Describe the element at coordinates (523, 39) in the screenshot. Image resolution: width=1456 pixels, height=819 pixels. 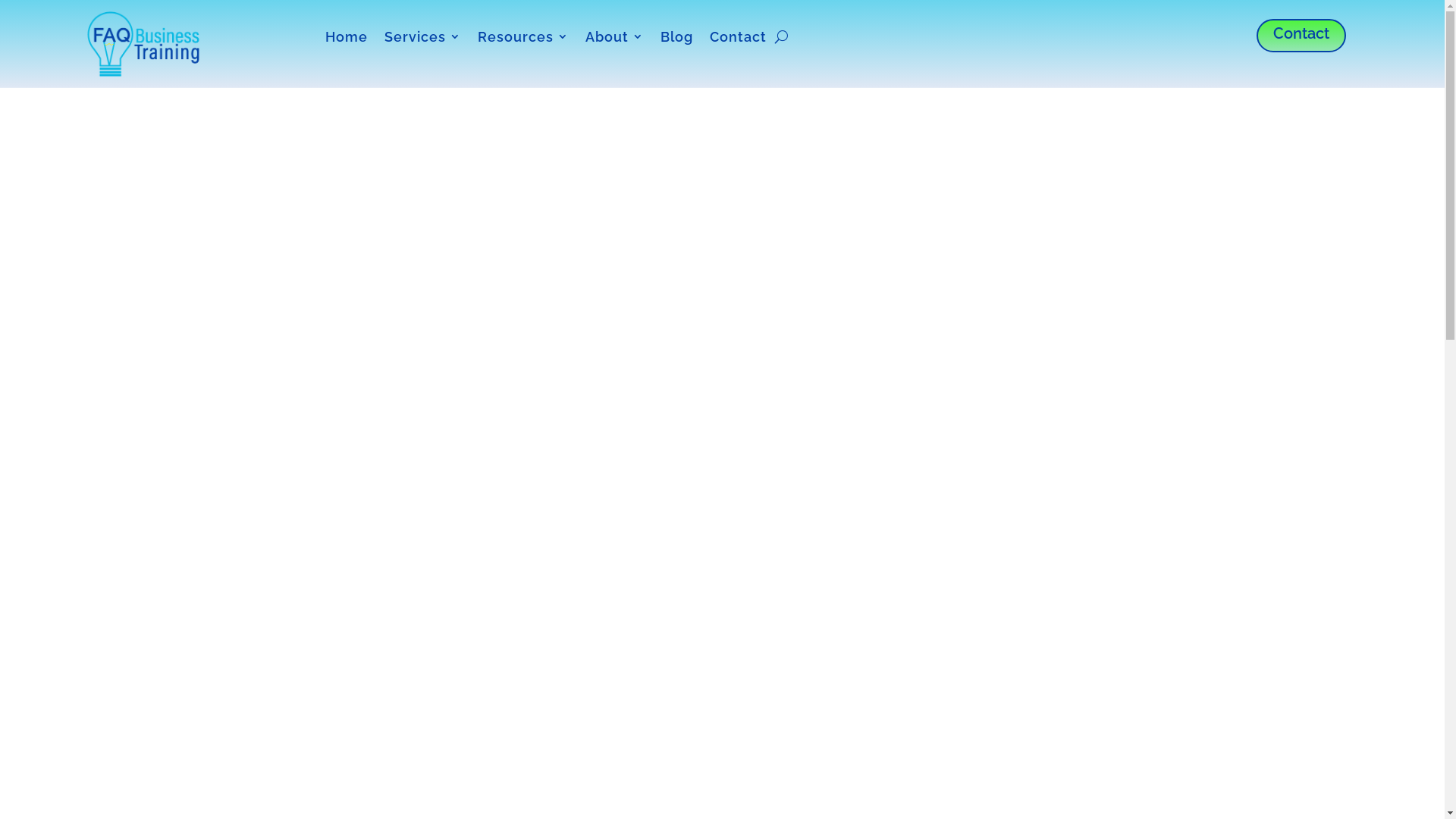
I see `'Resources'` at that location.